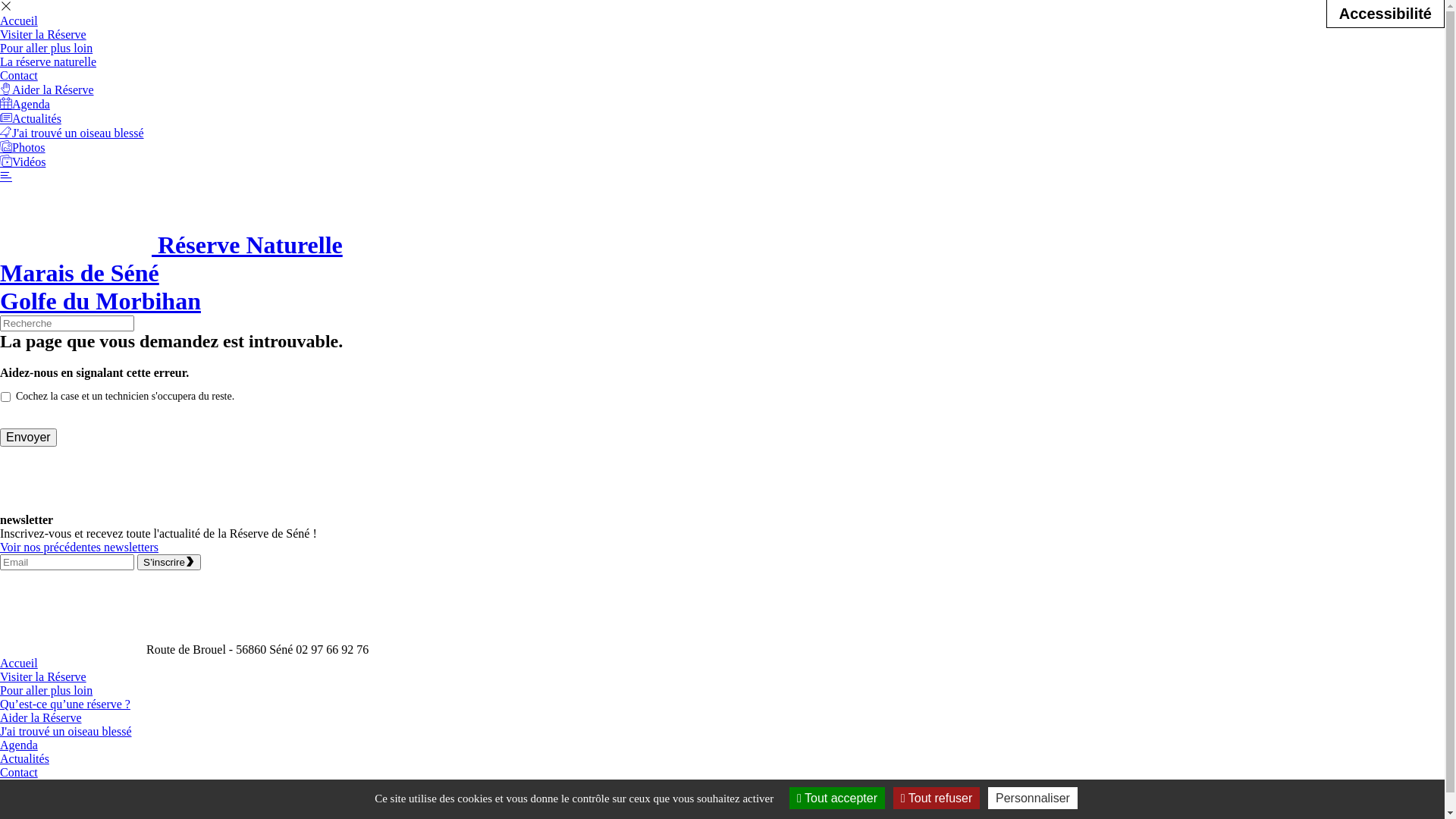 Image resolution: width=1456 pixels, height=819 pixels. I want to click on 'Agenda', so click(25, 103).